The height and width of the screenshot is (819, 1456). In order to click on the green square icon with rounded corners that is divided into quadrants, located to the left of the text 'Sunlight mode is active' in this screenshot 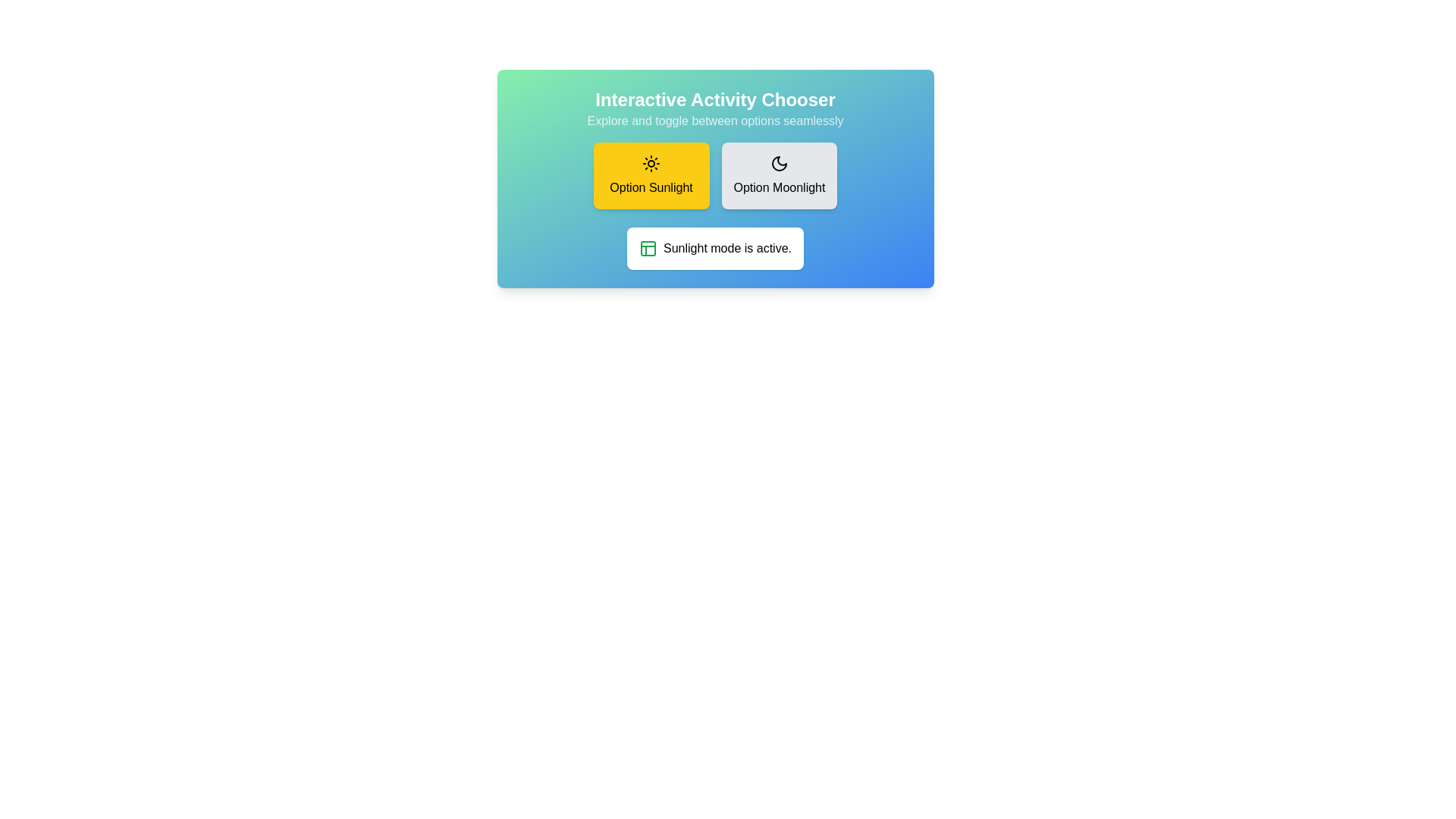, I will do `click(648, 247)`.